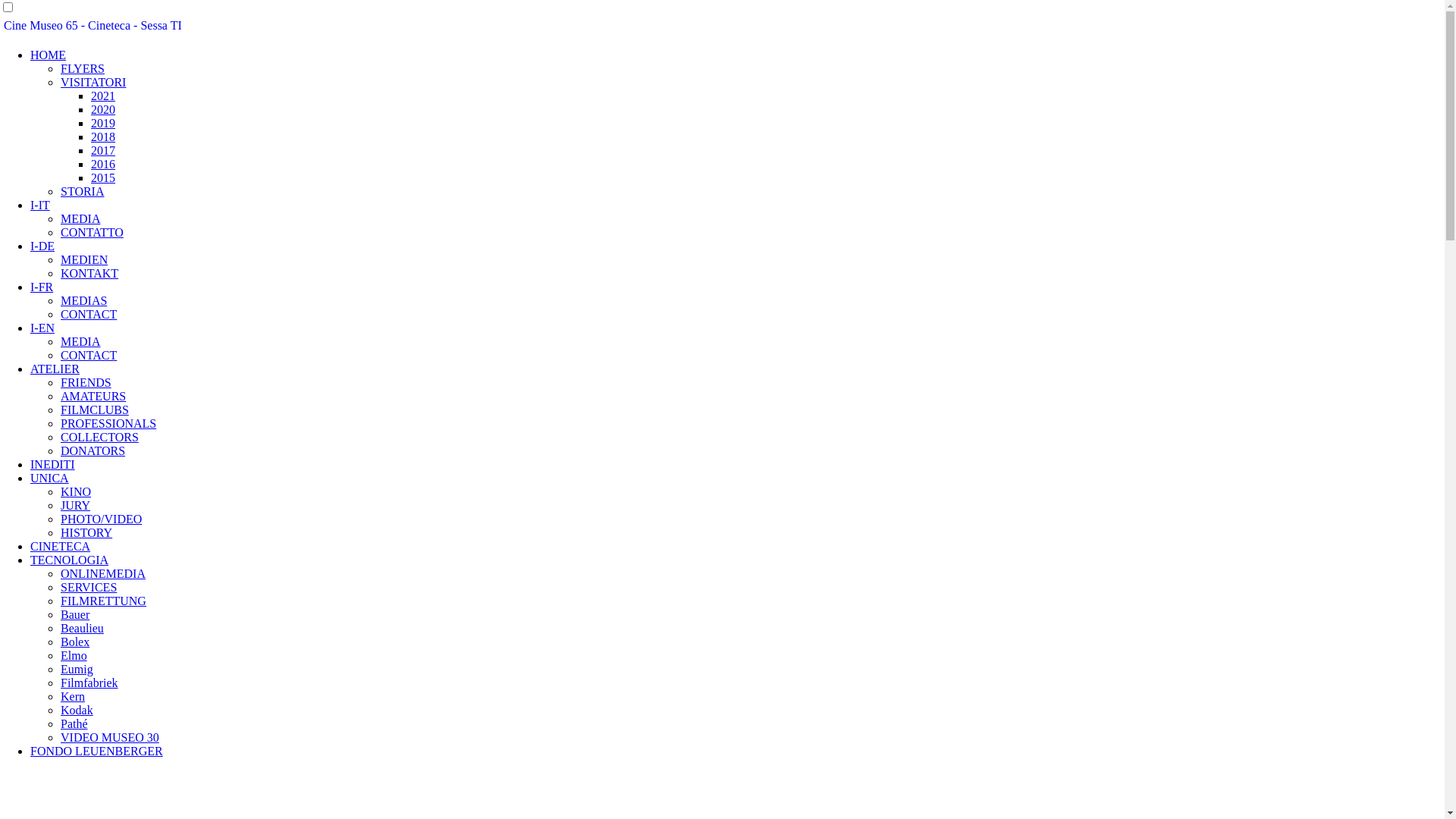  What do you see at coordinates (87, 355) in the screenshot?
I see `'CONTACT'` at bounding box center [87, 355].